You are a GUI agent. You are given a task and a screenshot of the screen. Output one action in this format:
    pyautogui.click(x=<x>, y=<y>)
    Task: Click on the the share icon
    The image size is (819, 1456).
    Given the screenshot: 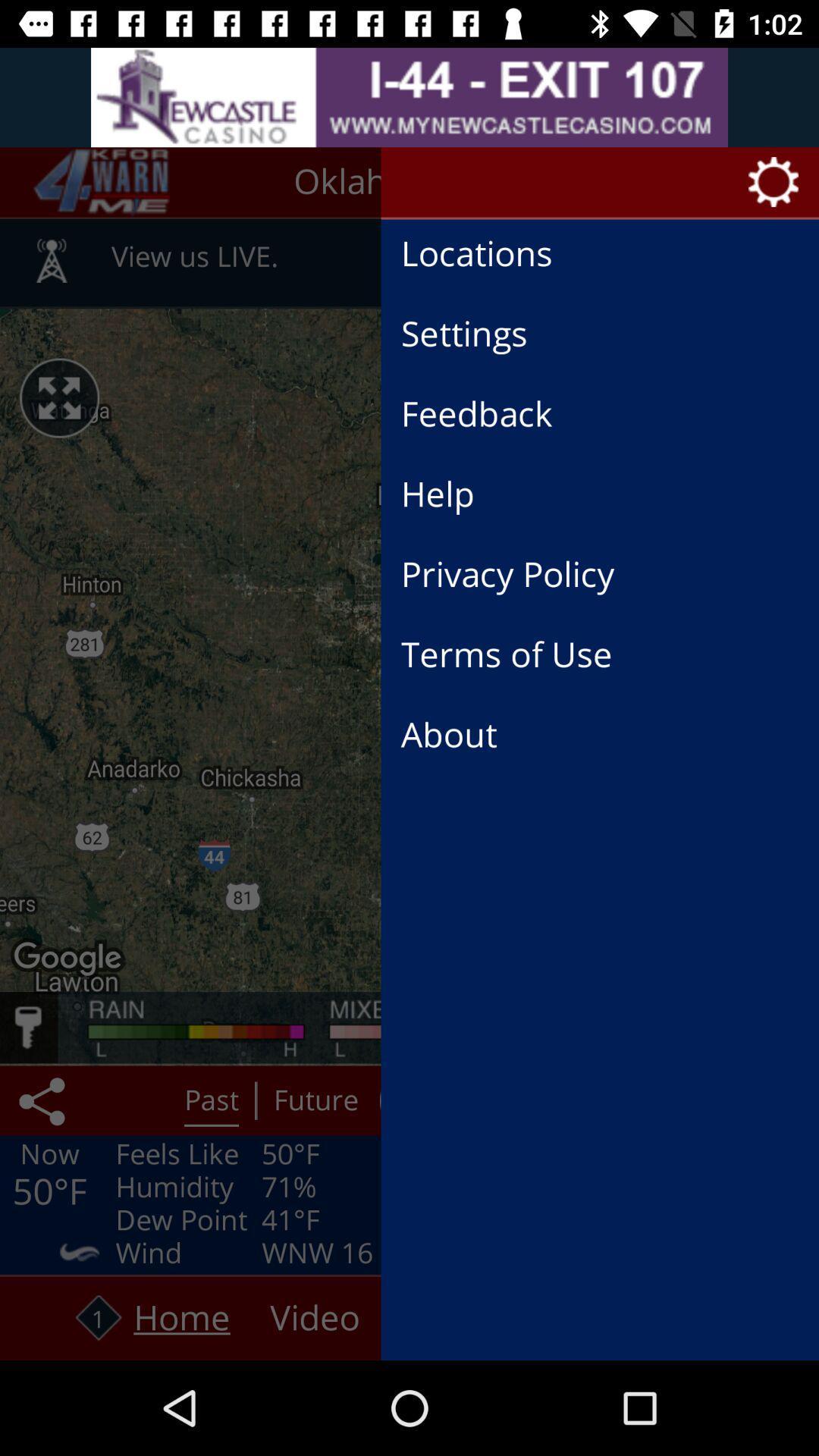 What is the action you would take?
    pyautogui.click(x=44, y=1100)
    